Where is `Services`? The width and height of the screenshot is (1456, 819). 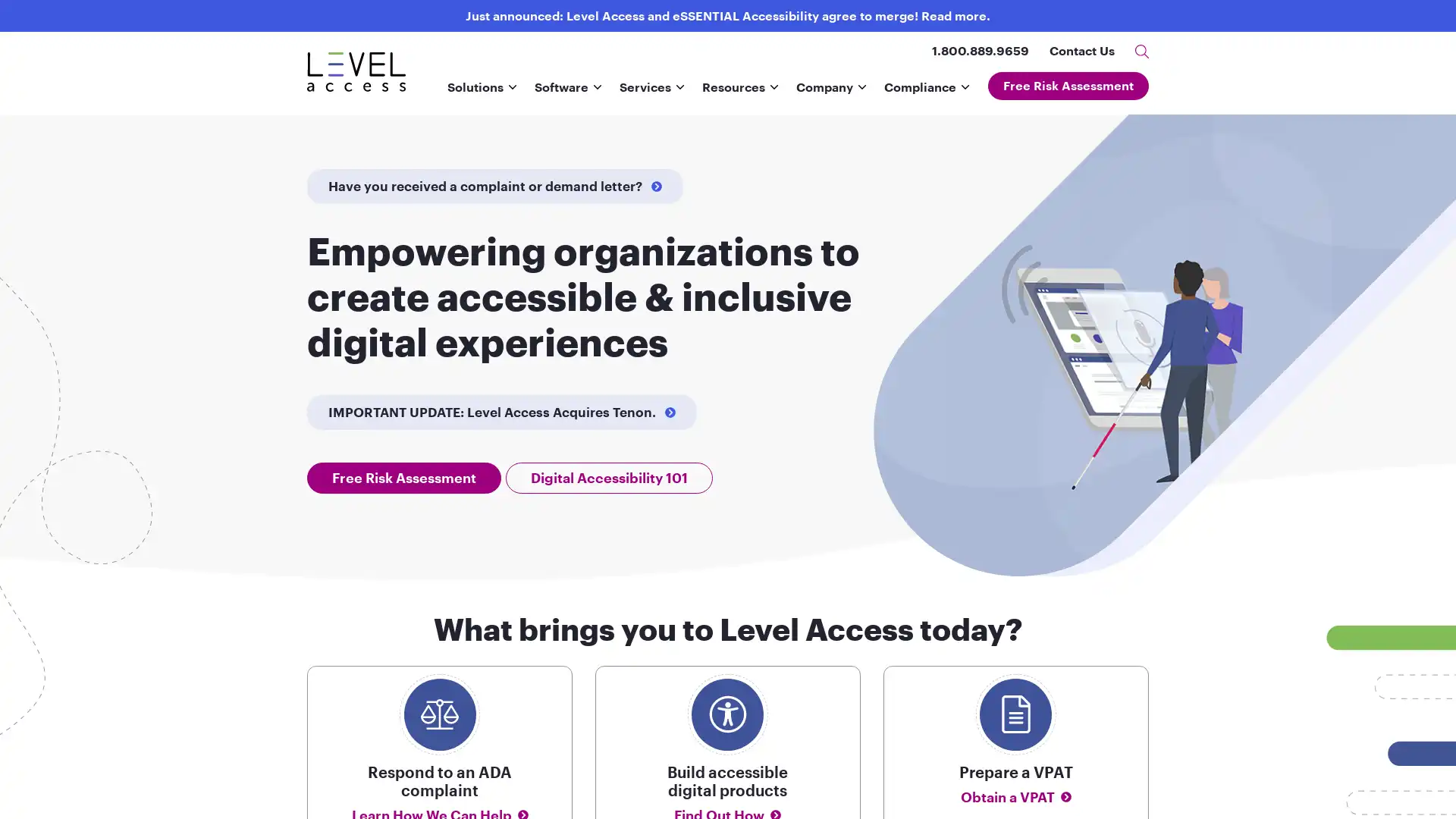
Services is located at coordinates (651, 93).